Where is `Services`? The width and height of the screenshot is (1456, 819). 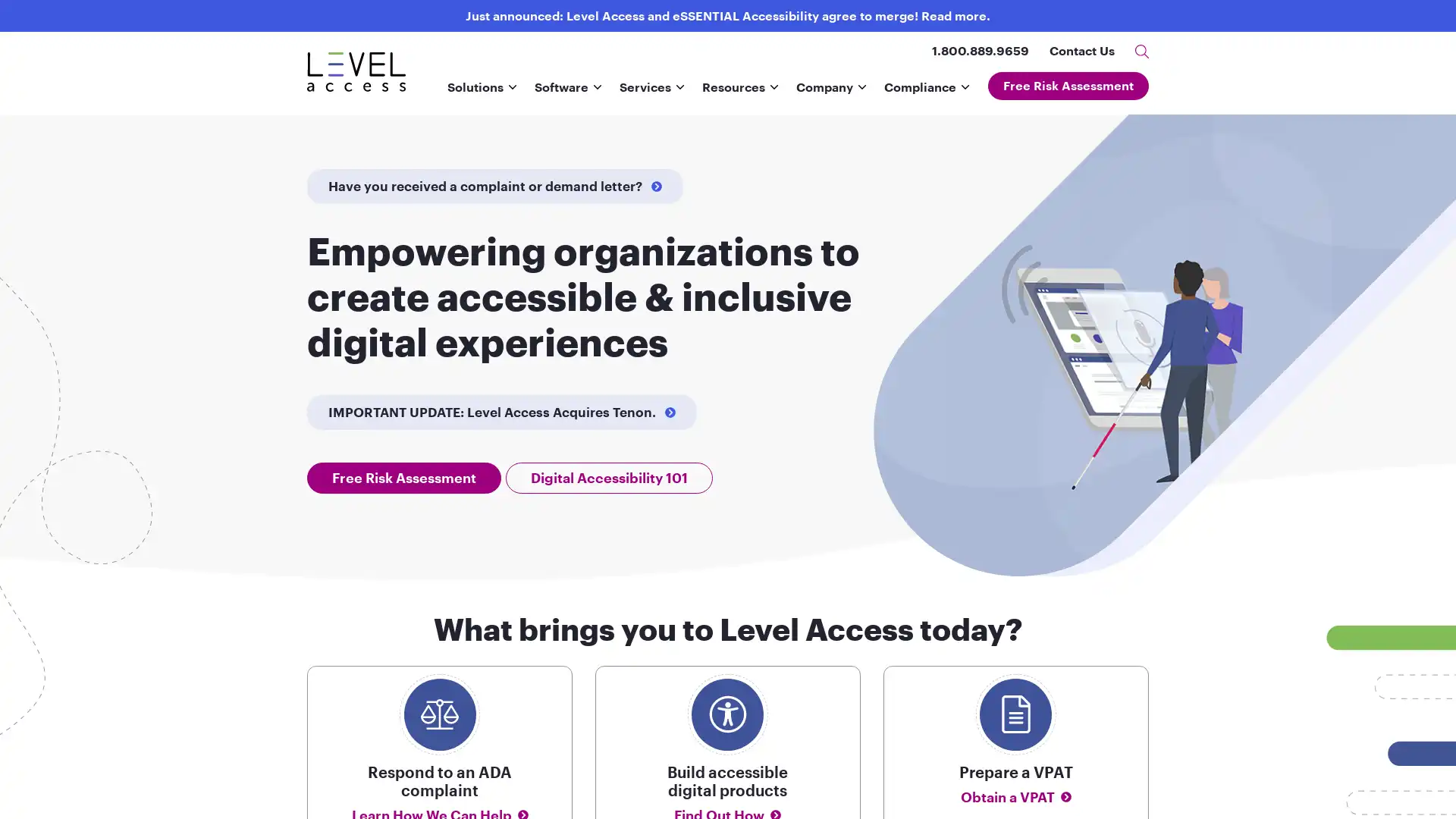
Services is located at coordinates (651, 93).